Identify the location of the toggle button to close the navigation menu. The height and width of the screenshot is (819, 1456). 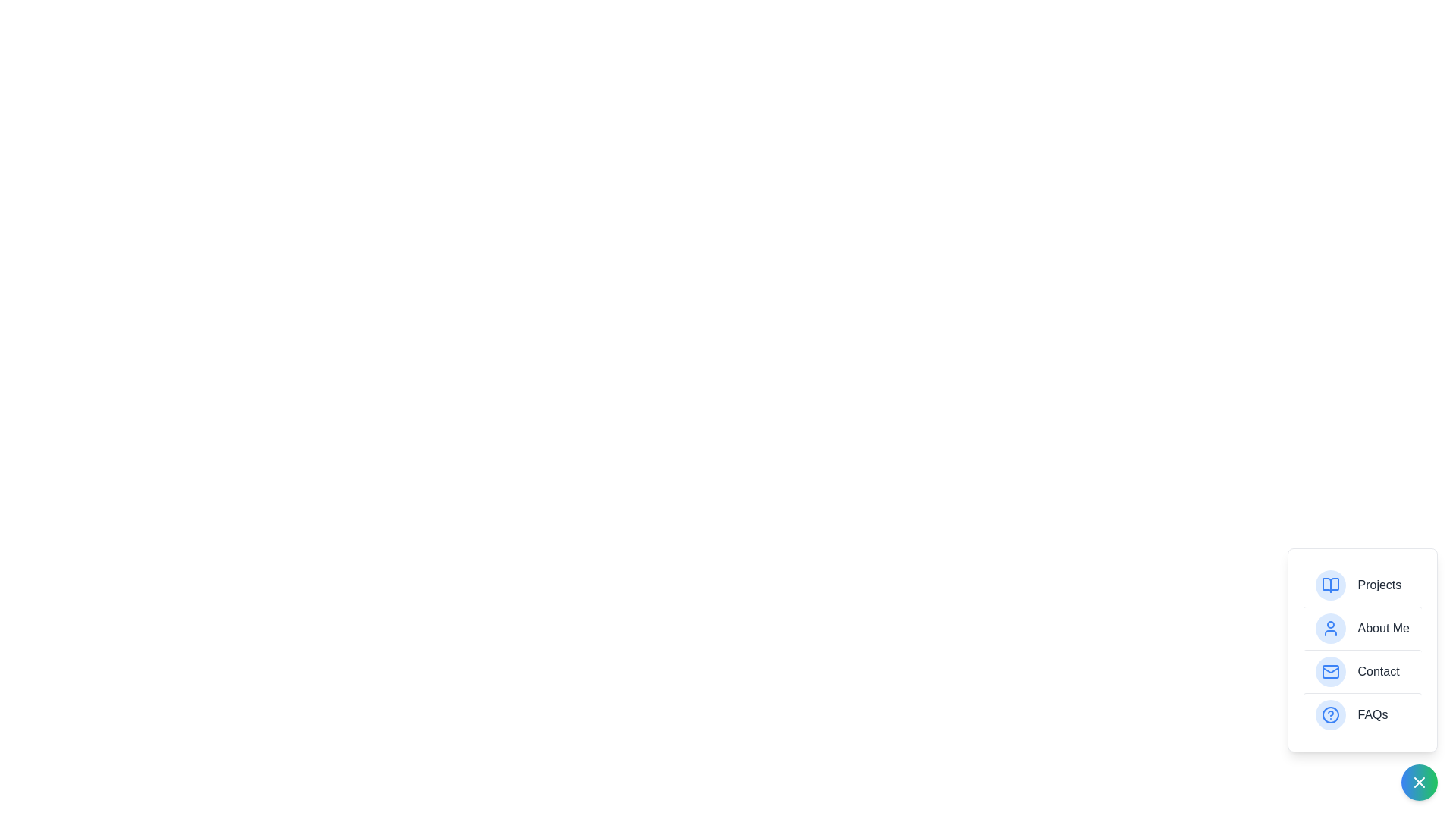
(1419, 783).